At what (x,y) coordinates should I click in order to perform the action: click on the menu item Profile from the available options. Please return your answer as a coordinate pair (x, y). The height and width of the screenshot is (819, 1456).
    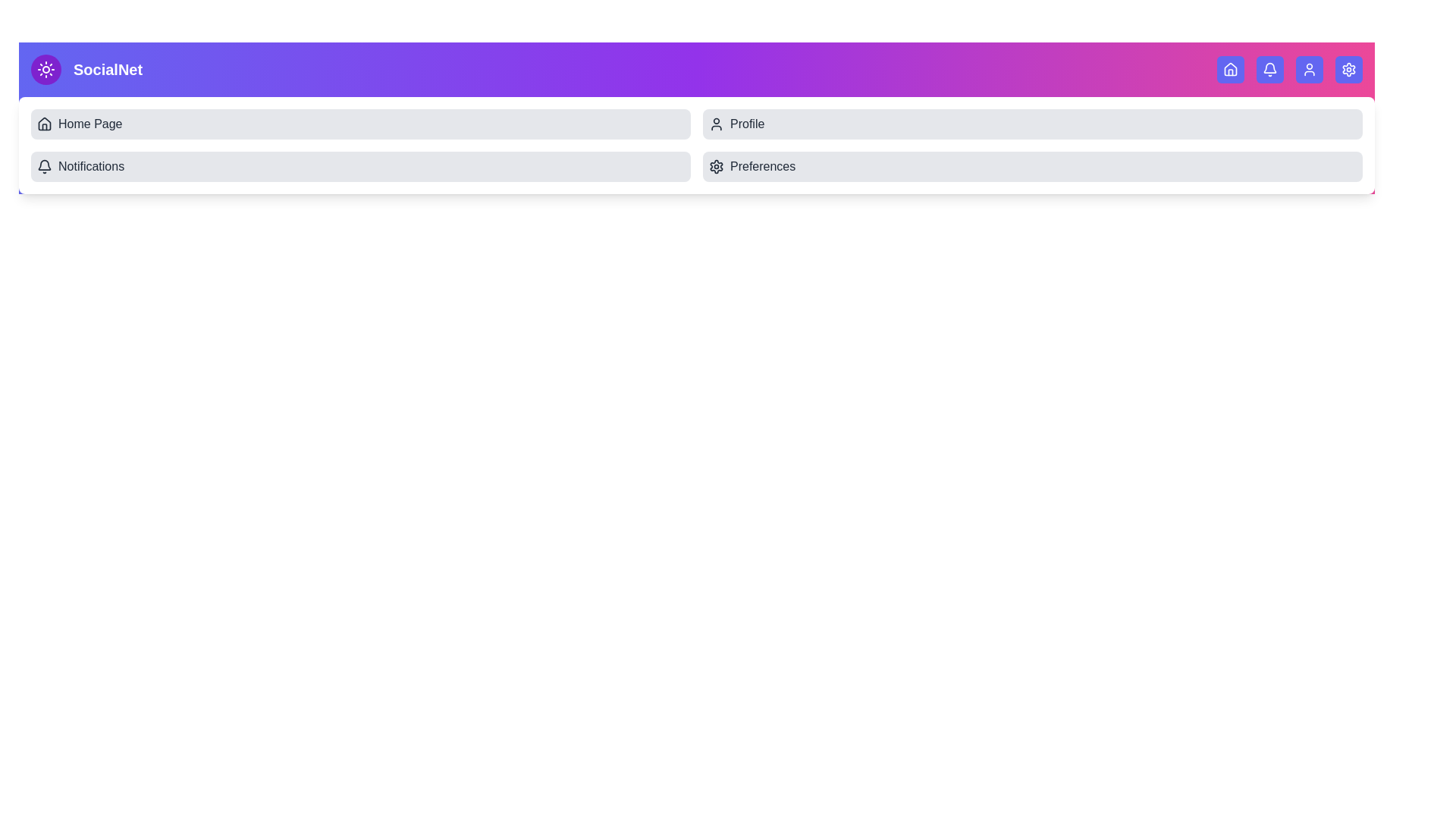
    Looking at the image, I should click on (1032, 124).